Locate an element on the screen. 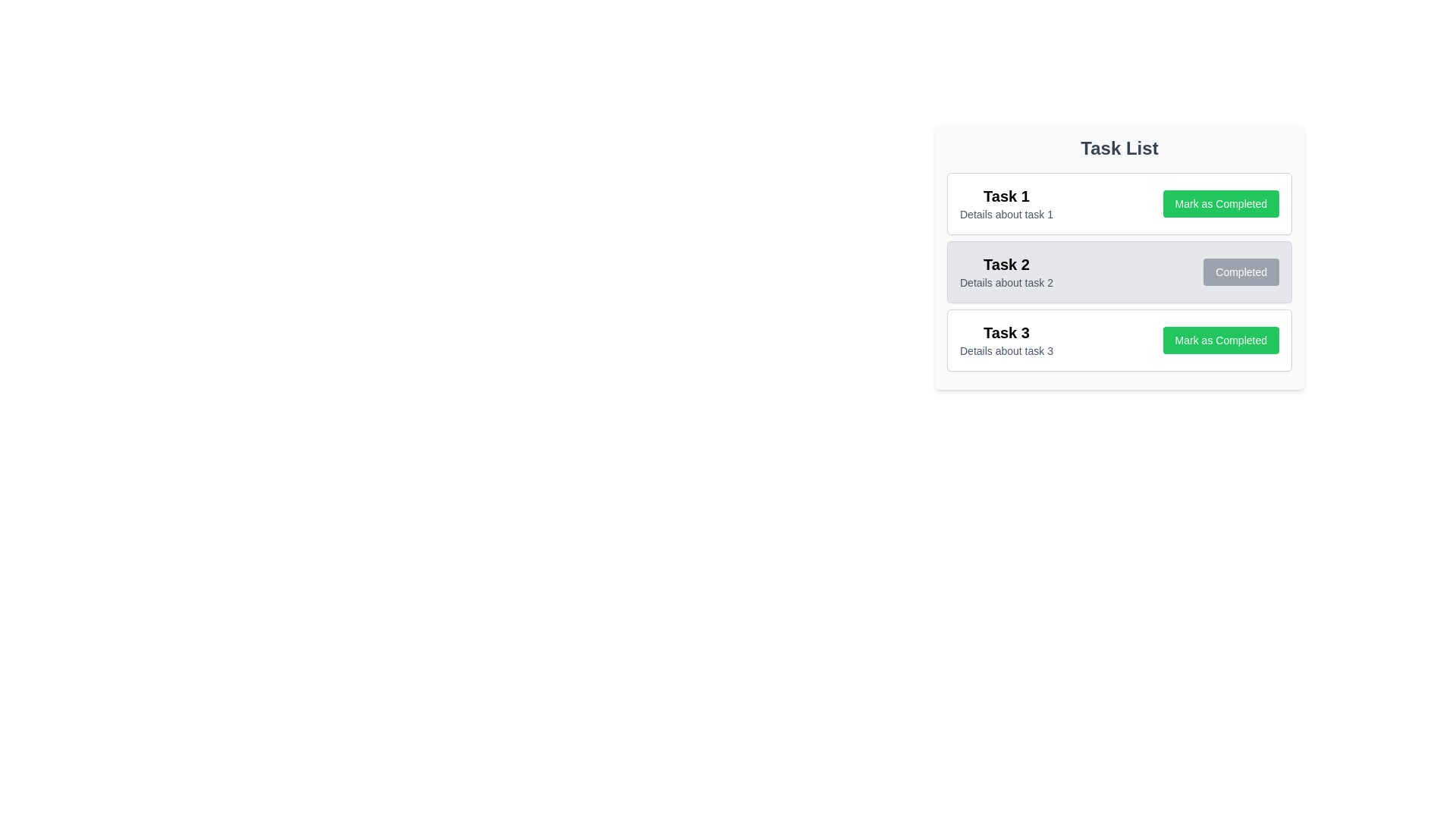 The width and height of the screenshot is (1456, 819). the Text element that serves as a header for the second task in the task list, located in the second row of the vertical list and aligned to the left side is located at coordinates (1006, 263).